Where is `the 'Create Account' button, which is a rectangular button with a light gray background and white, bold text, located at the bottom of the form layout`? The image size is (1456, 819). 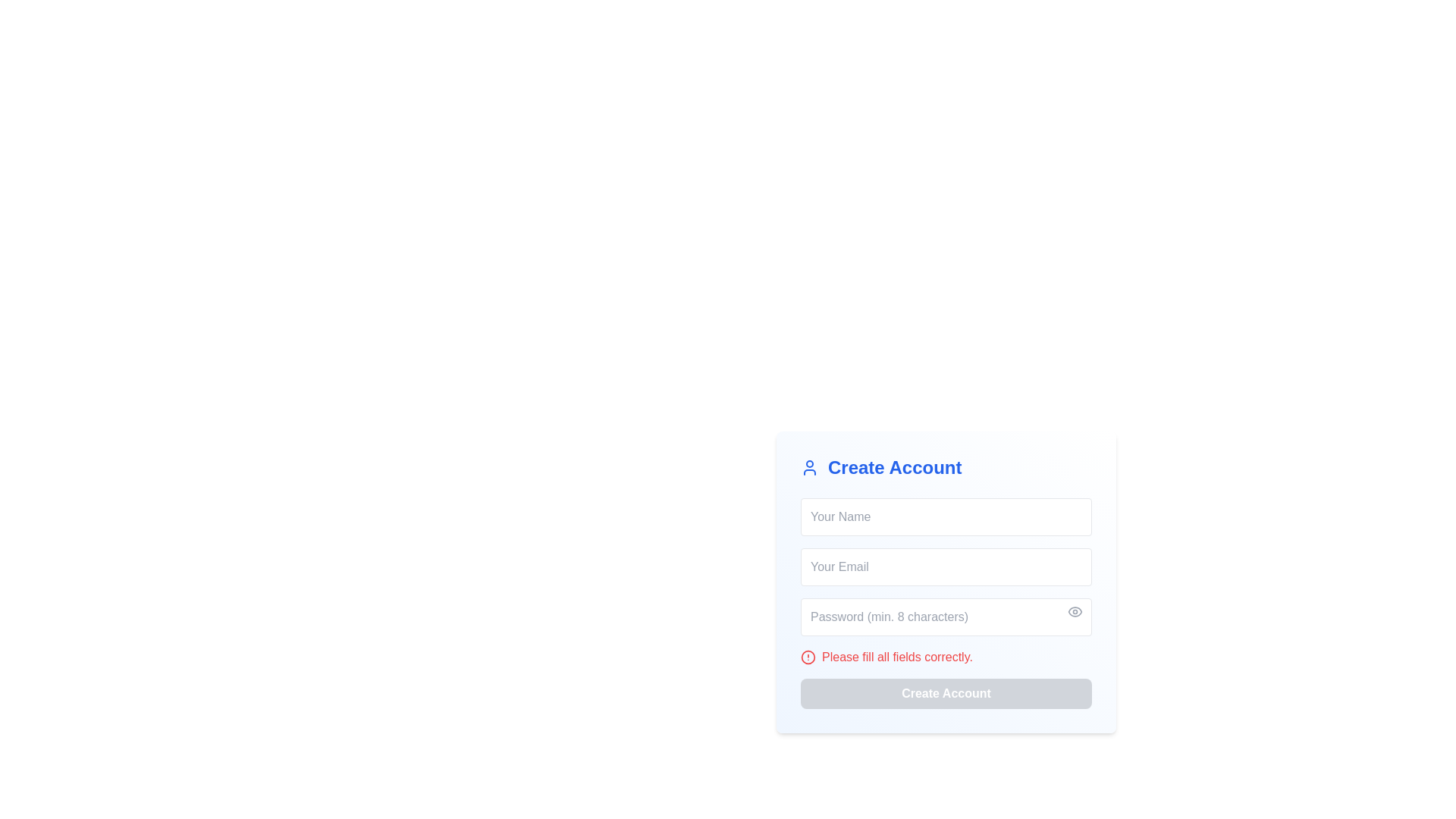 the 'Create Account' button, which is a rectangular button with a light gray background and white, bold text, located at the bottom of the form layout is located at coordinates (946, 693).